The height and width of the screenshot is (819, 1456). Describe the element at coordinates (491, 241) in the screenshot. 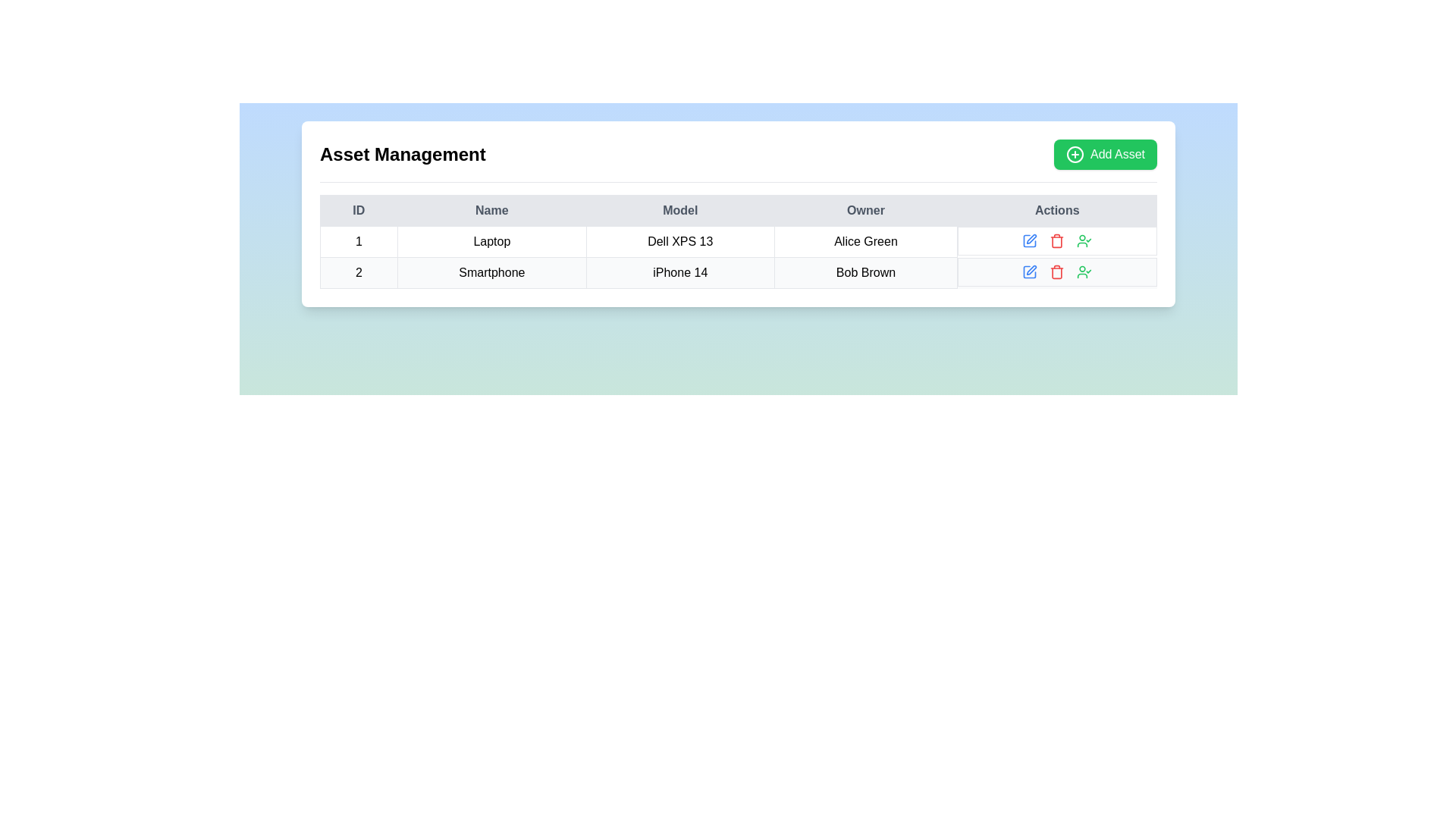

I see `the Text label displaying the category 'Laptop' in the second column of the first row of the table, located between the 'ID' and 'Model' columns` at that location.